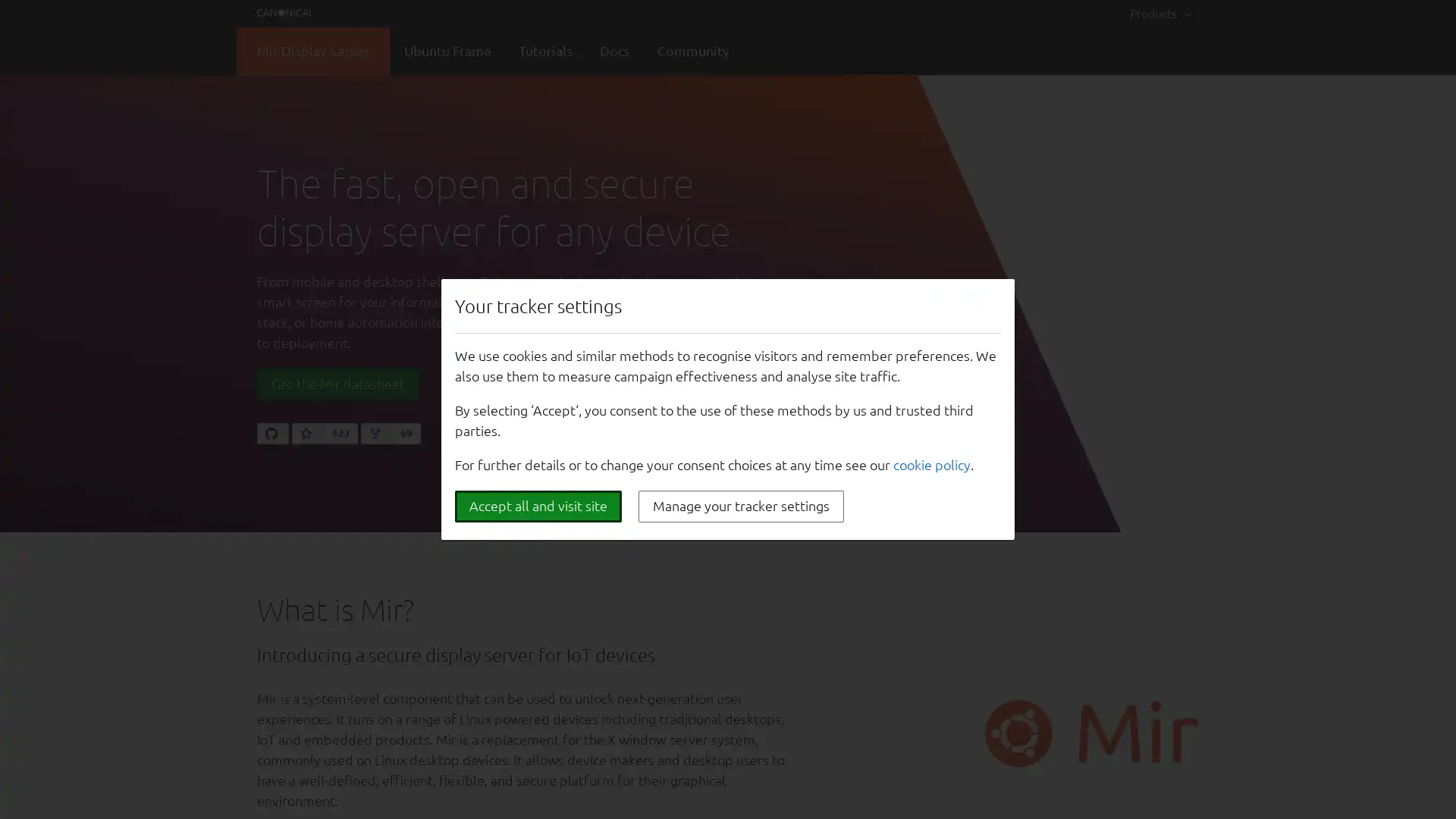  I want to click on Accept all and visit site, so click(538, 506).